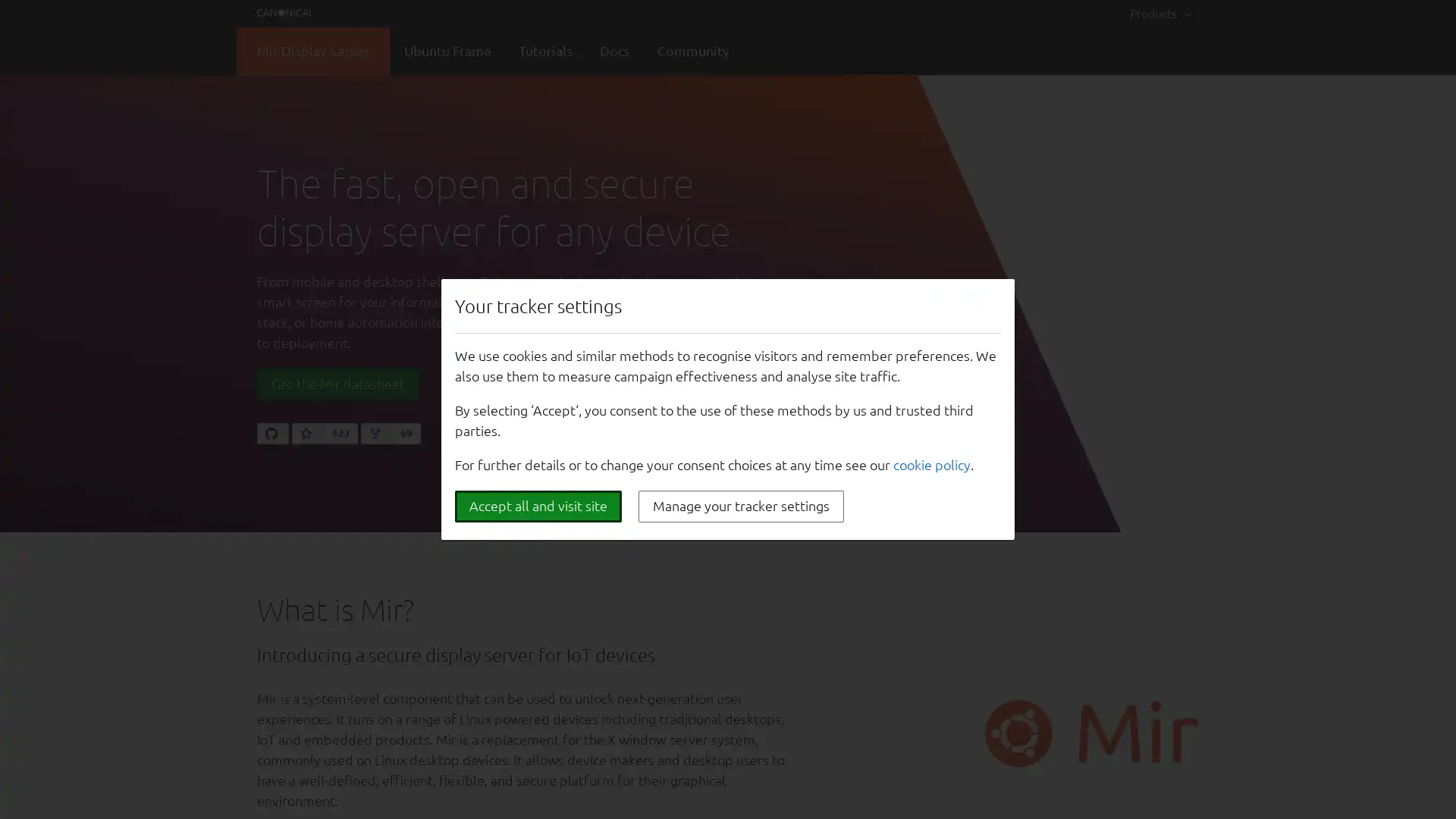  I want to click on Accept all and visit site, so click(538, 506).